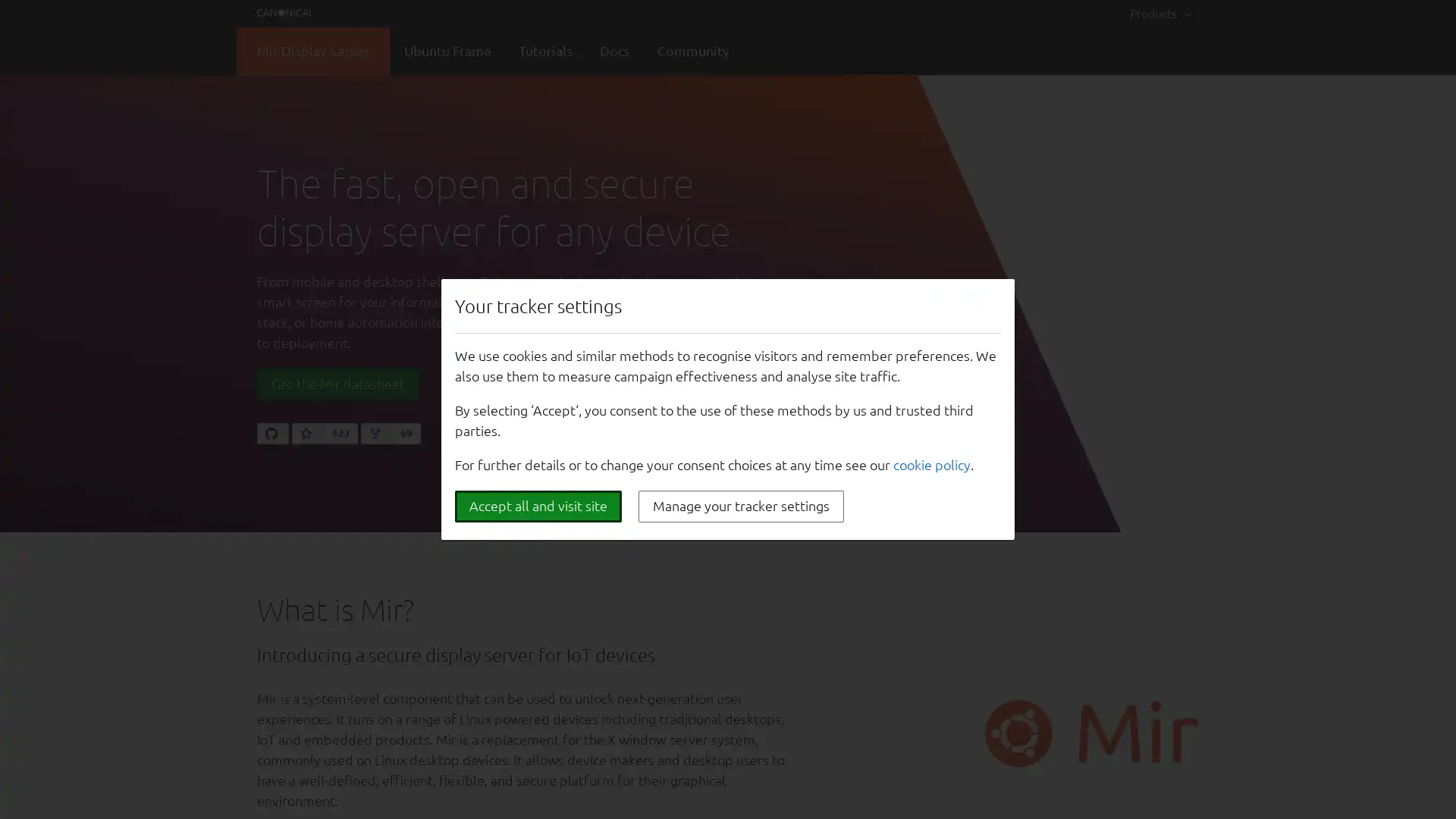  I want to click on Accept all and visit site, so click(538, 506).